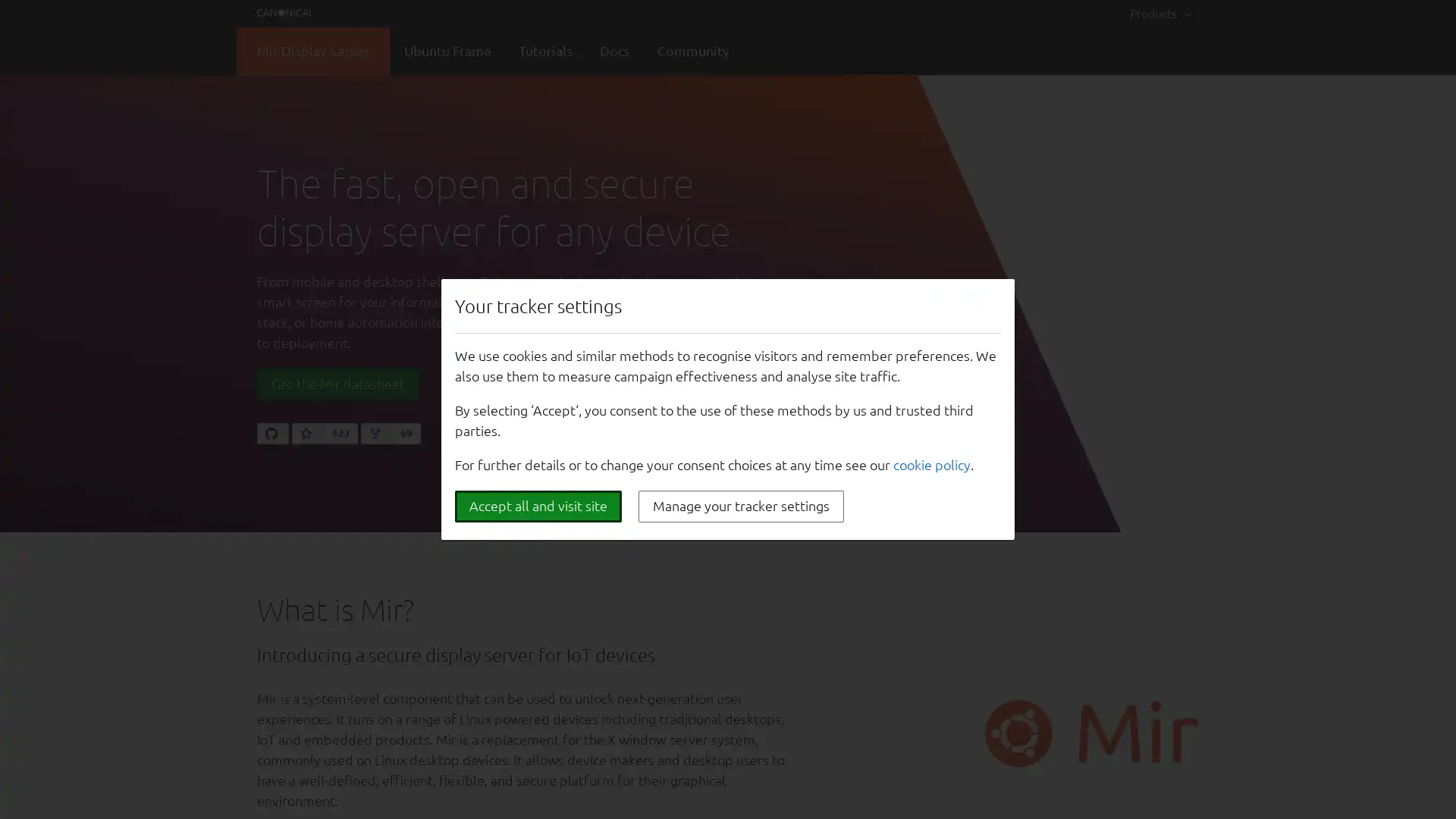  I want to click on Accept all and visit site, so click(538, 506).